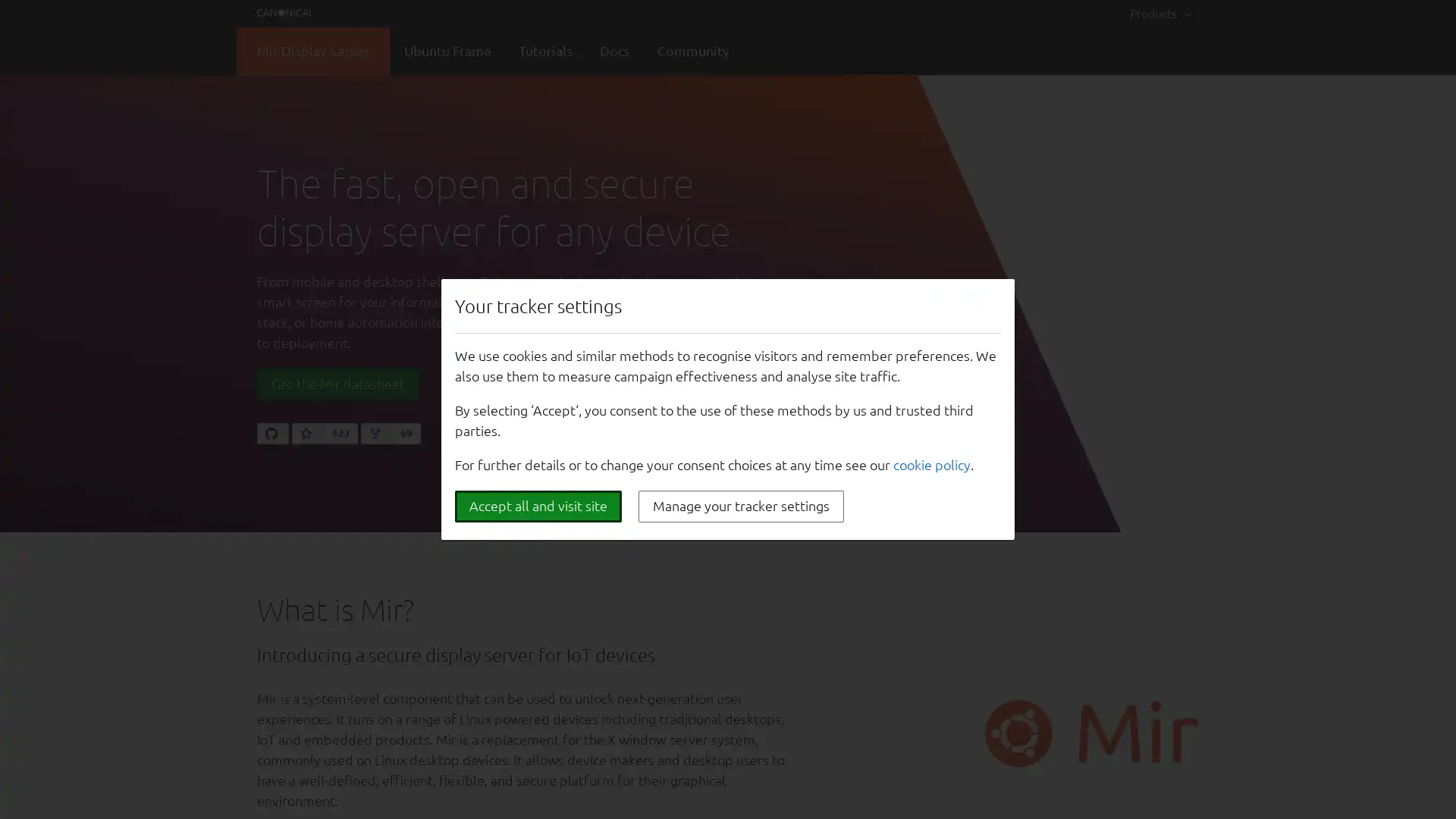  I want to click on Accept all and visit site, so click(538, 506).